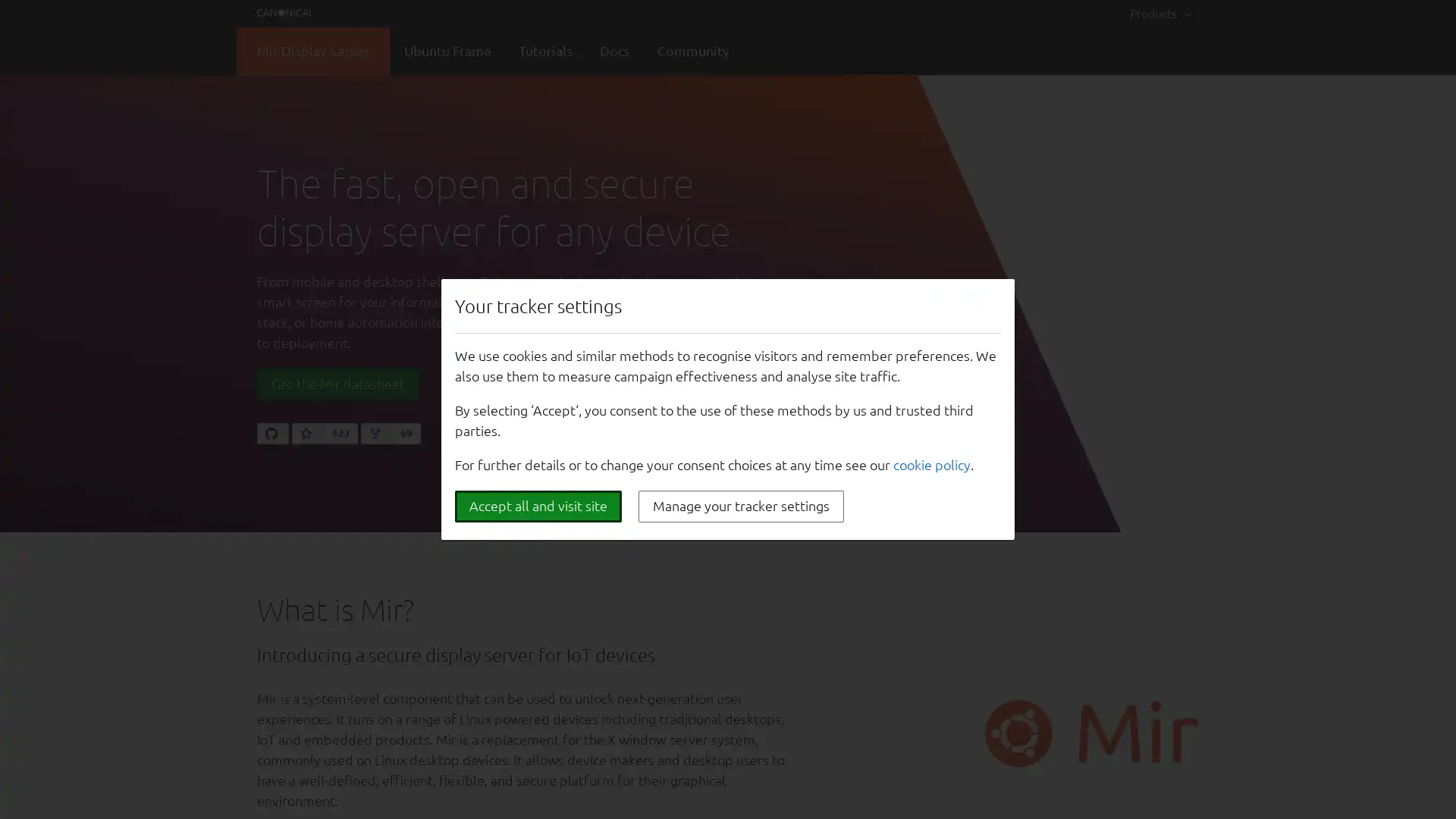  I want to click on Accept all and visit site, so click(538, 506).